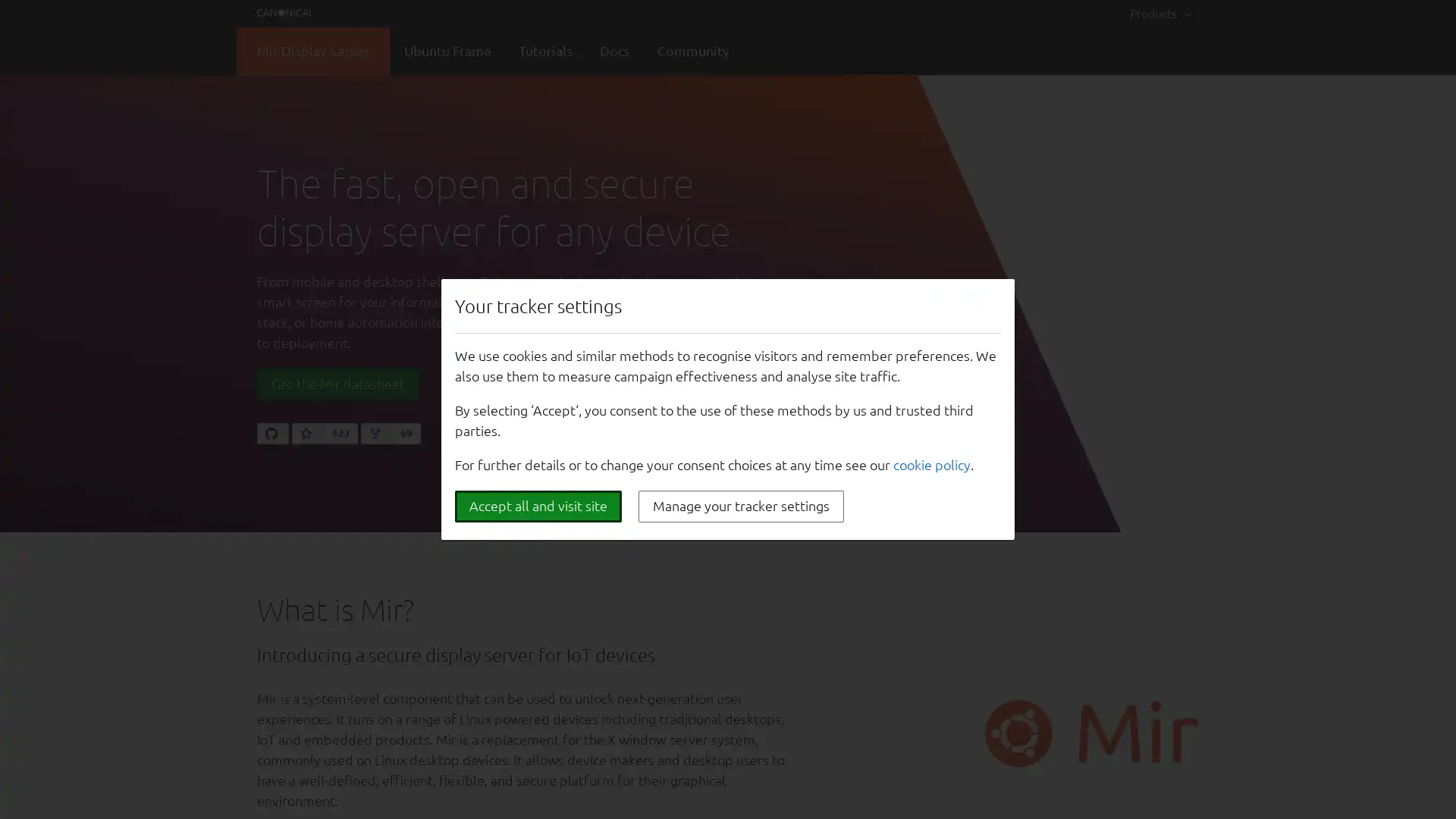  I want to click on Accept all and visit site, so click(538, 506).